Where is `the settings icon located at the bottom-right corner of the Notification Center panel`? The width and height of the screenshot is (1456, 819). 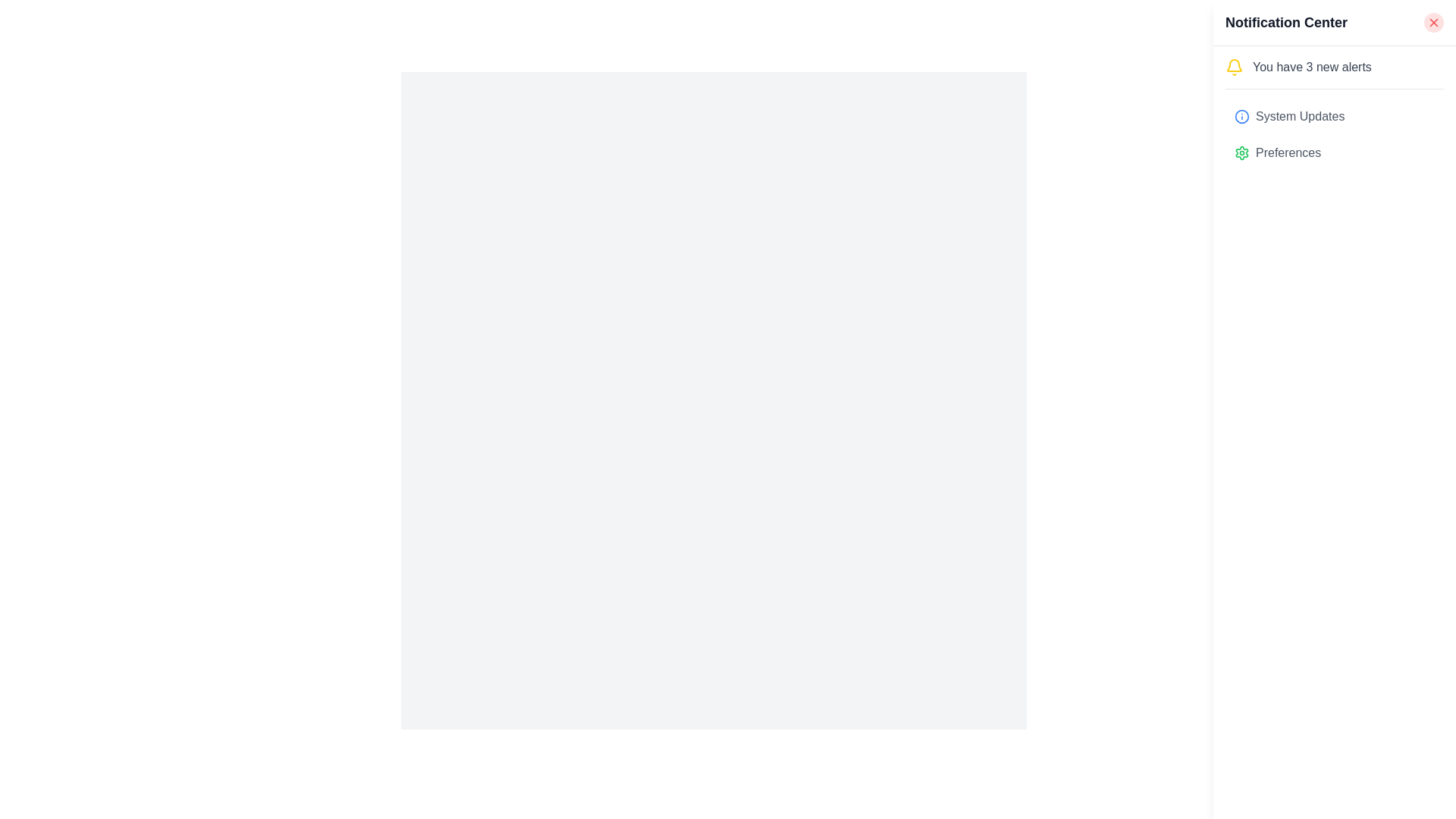
the settings icon located at the bottom-right corner of the Notification Center panel is located at coordinates (1241, 152).